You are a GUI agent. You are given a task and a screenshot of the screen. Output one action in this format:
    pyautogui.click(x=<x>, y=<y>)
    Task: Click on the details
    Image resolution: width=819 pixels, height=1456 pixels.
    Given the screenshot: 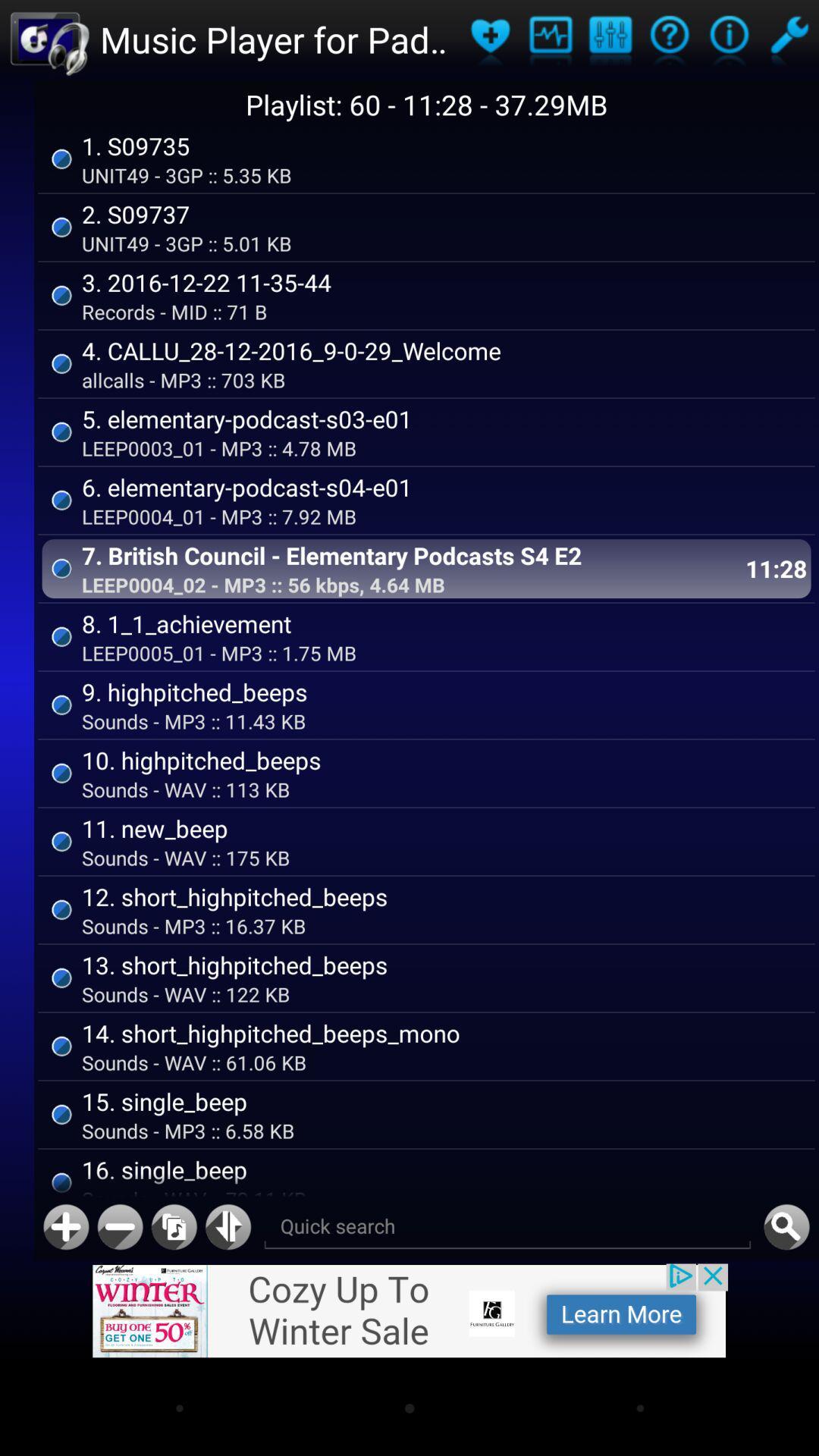 What is the action you would take?
    pyautogui.click(x=728, y=39)
    